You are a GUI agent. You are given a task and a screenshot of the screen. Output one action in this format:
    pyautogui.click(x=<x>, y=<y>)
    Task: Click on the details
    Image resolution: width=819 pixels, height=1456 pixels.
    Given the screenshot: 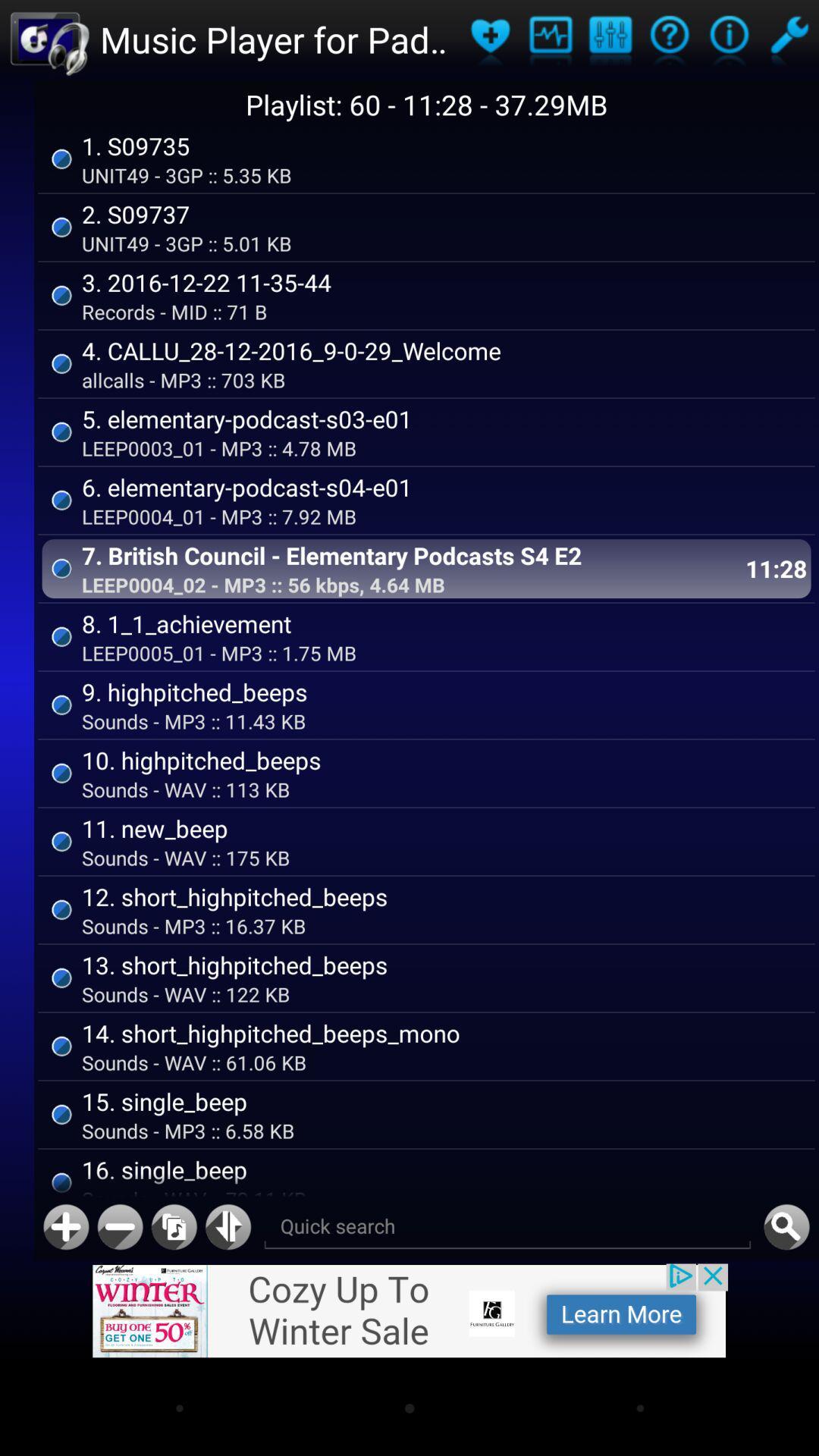 What is the action you would take?
    pyautogui.click(x=728, y=39)
    